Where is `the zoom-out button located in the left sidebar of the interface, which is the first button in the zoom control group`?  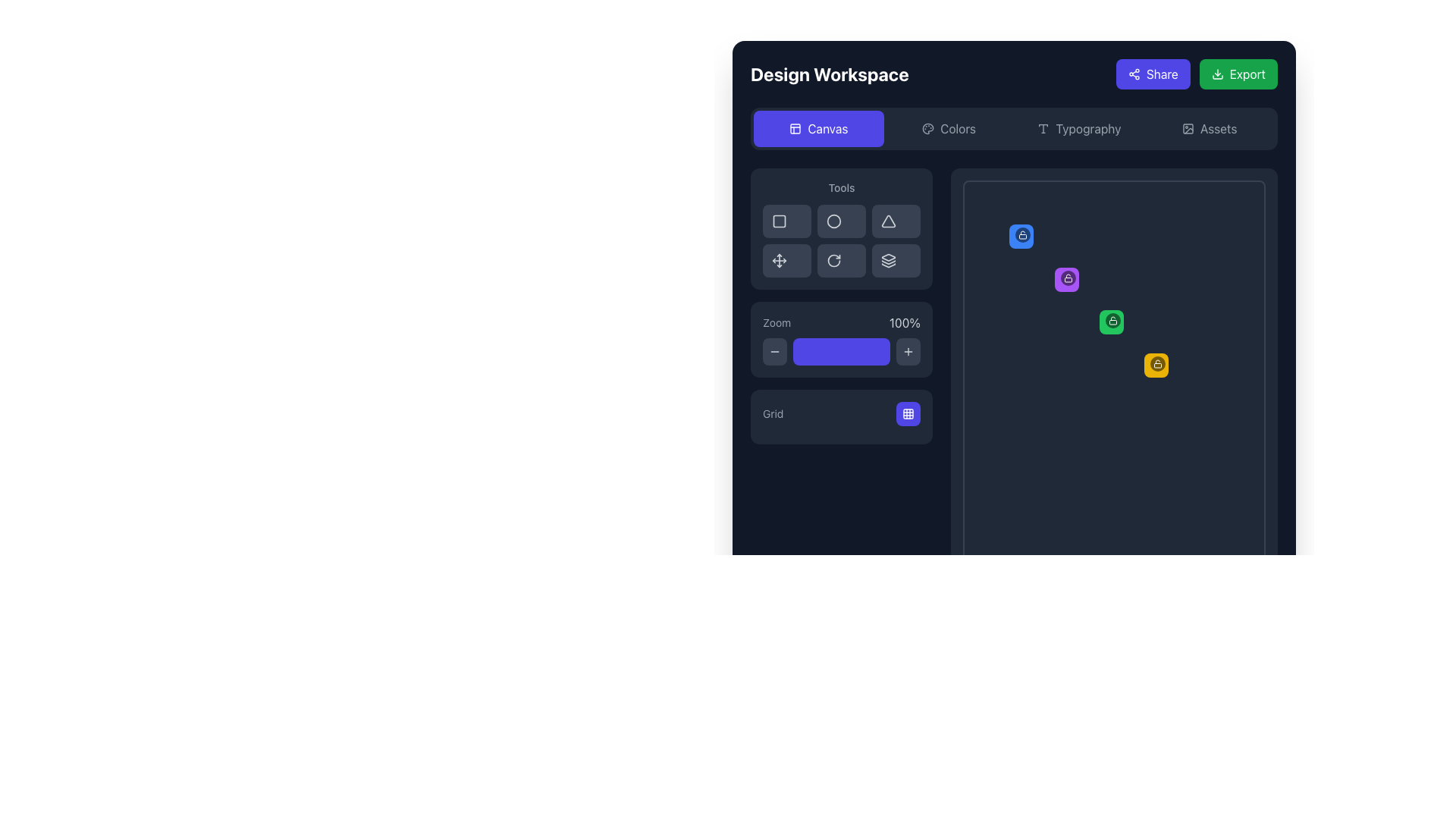 the zoom-out button located in the left sidebar of the interface, which is the first button in the zoom control group is located at coordinates (775, 351).